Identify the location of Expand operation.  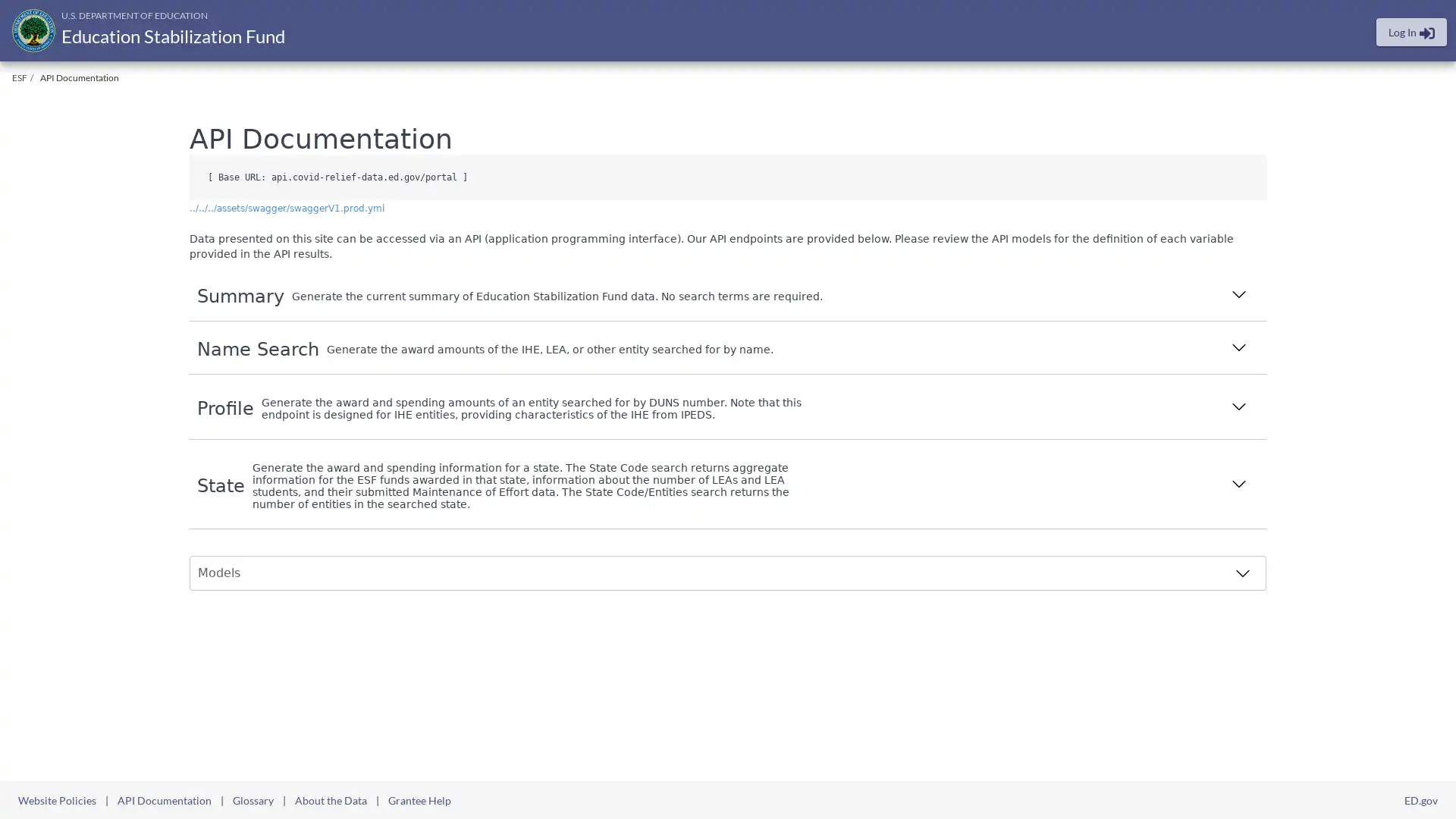
(1238, 407).